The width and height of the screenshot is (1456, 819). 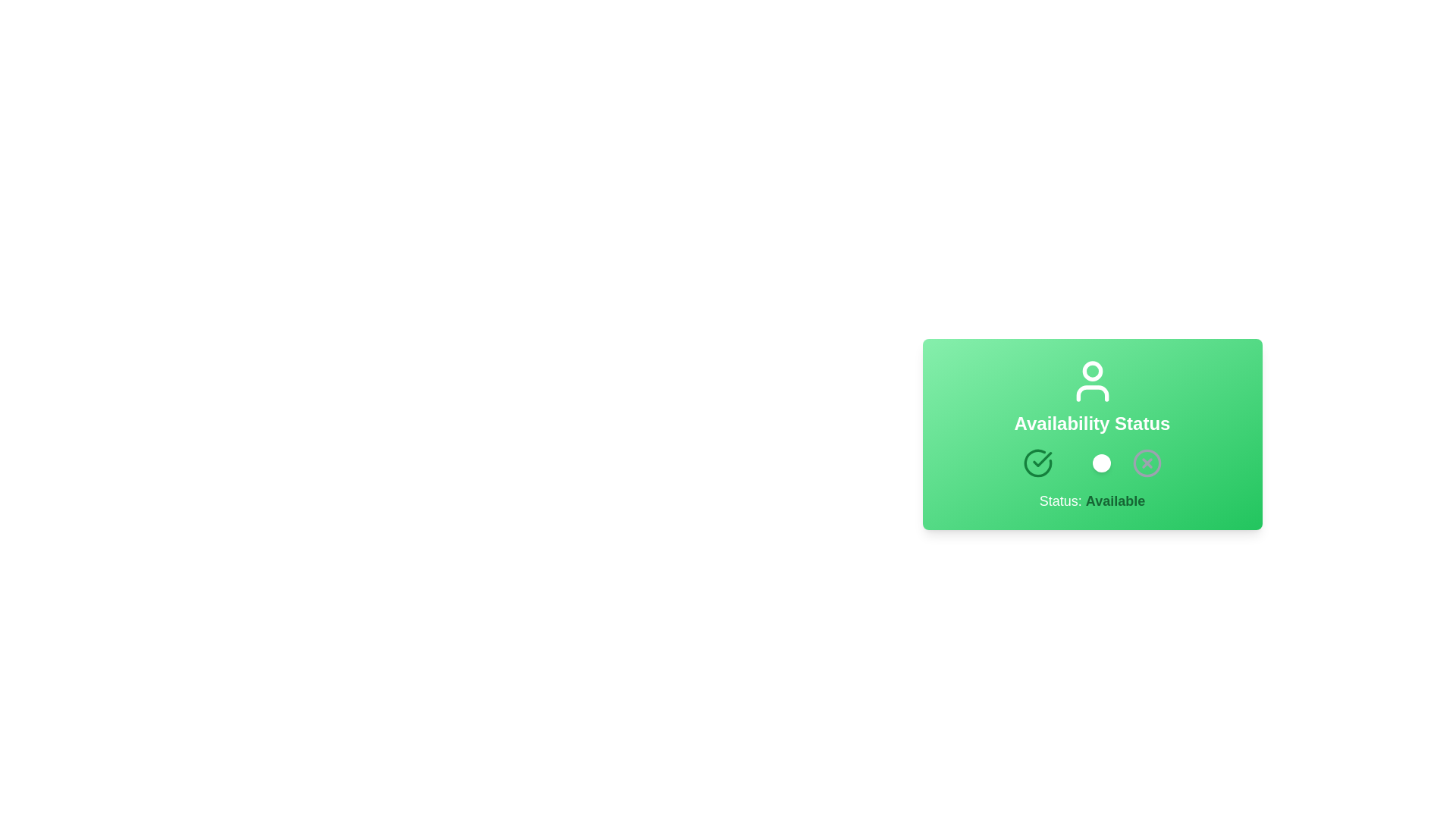 What do you see at coordinates (1101, 462) in the screenshot?
I see `the small circular toggle switch indicator with a white background` at bounding box center [1101, 462].